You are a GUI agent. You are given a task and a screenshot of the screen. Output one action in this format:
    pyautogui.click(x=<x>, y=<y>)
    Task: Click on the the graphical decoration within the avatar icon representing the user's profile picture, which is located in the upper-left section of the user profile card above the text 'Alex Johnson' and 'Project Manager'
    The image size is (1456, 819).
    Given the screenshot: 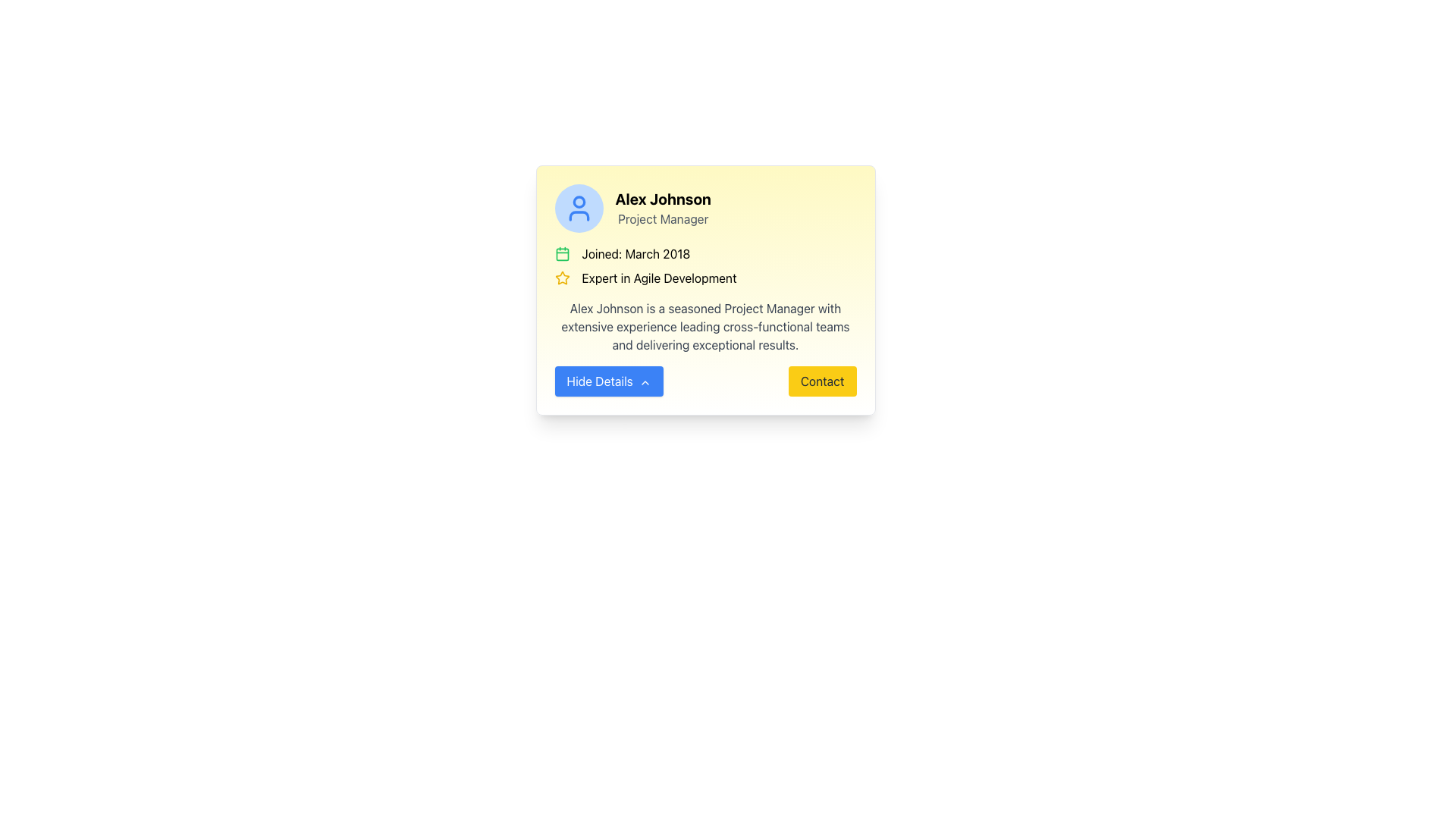 What is the action you would take?
    pyautogui.click(x=578, y=201)
    